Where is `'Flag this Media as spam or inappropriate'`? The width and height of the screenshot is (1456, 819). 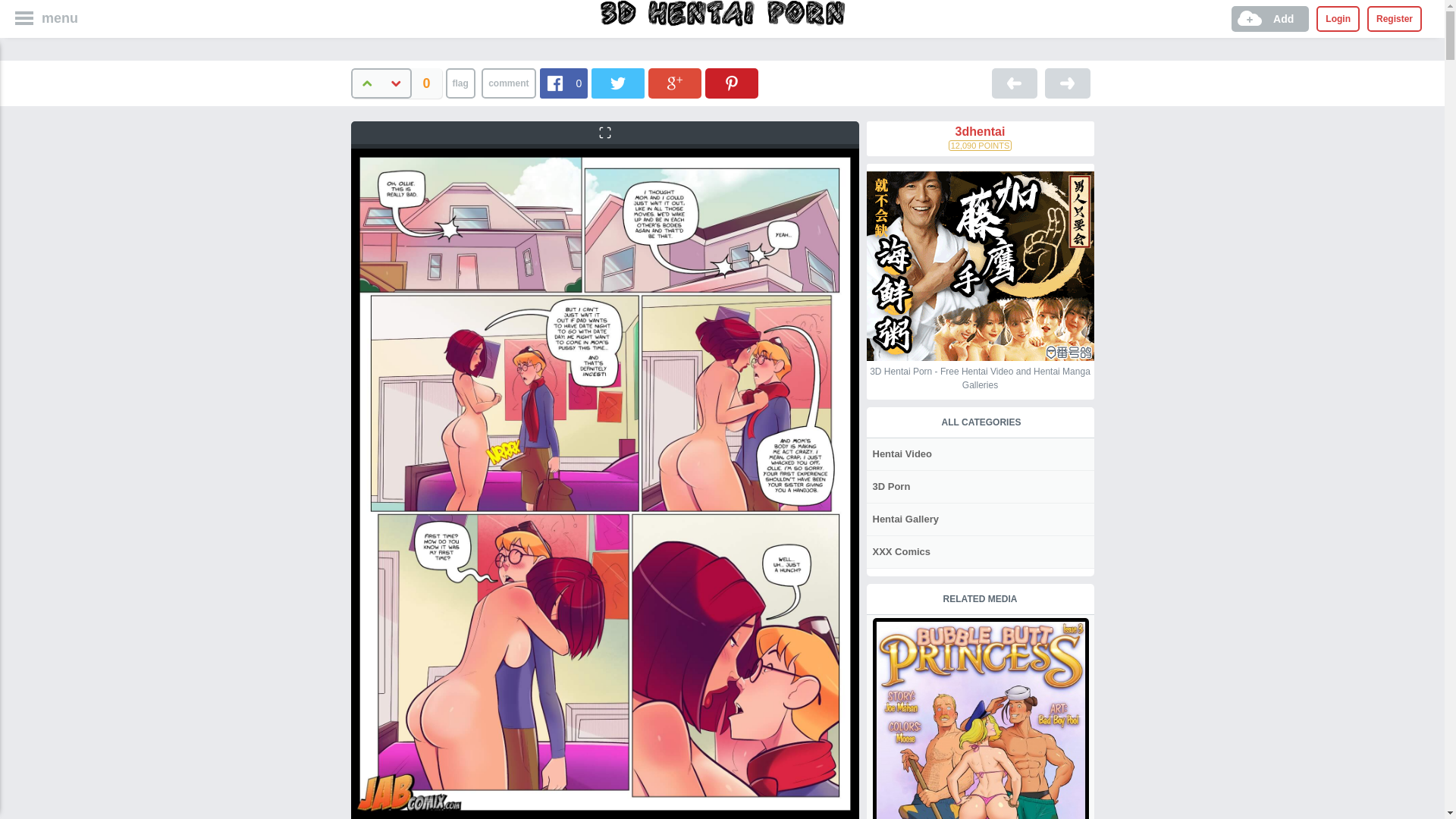 'Flag this Media as spam or inappropriate' is located at coordinates (460, 83).